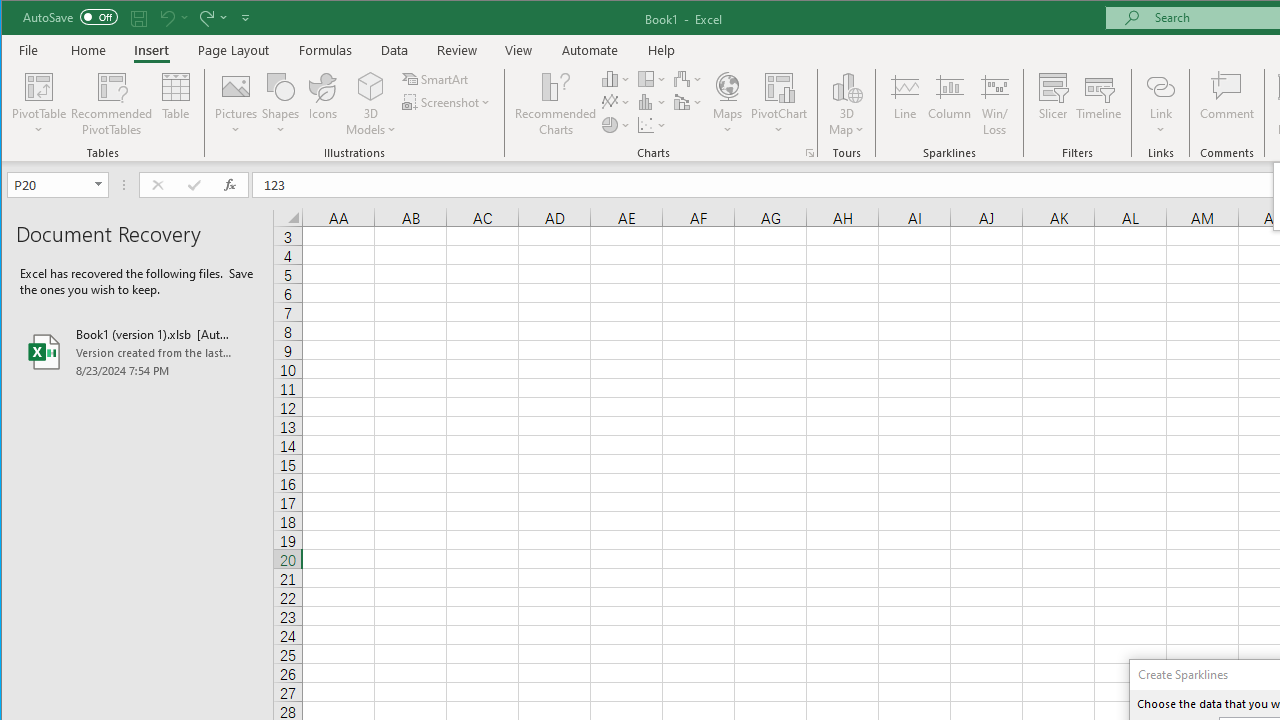 Image resolution: width=1280 pixels, height=720 pixels. I want to click on 'Pictures', so click(236, 104).